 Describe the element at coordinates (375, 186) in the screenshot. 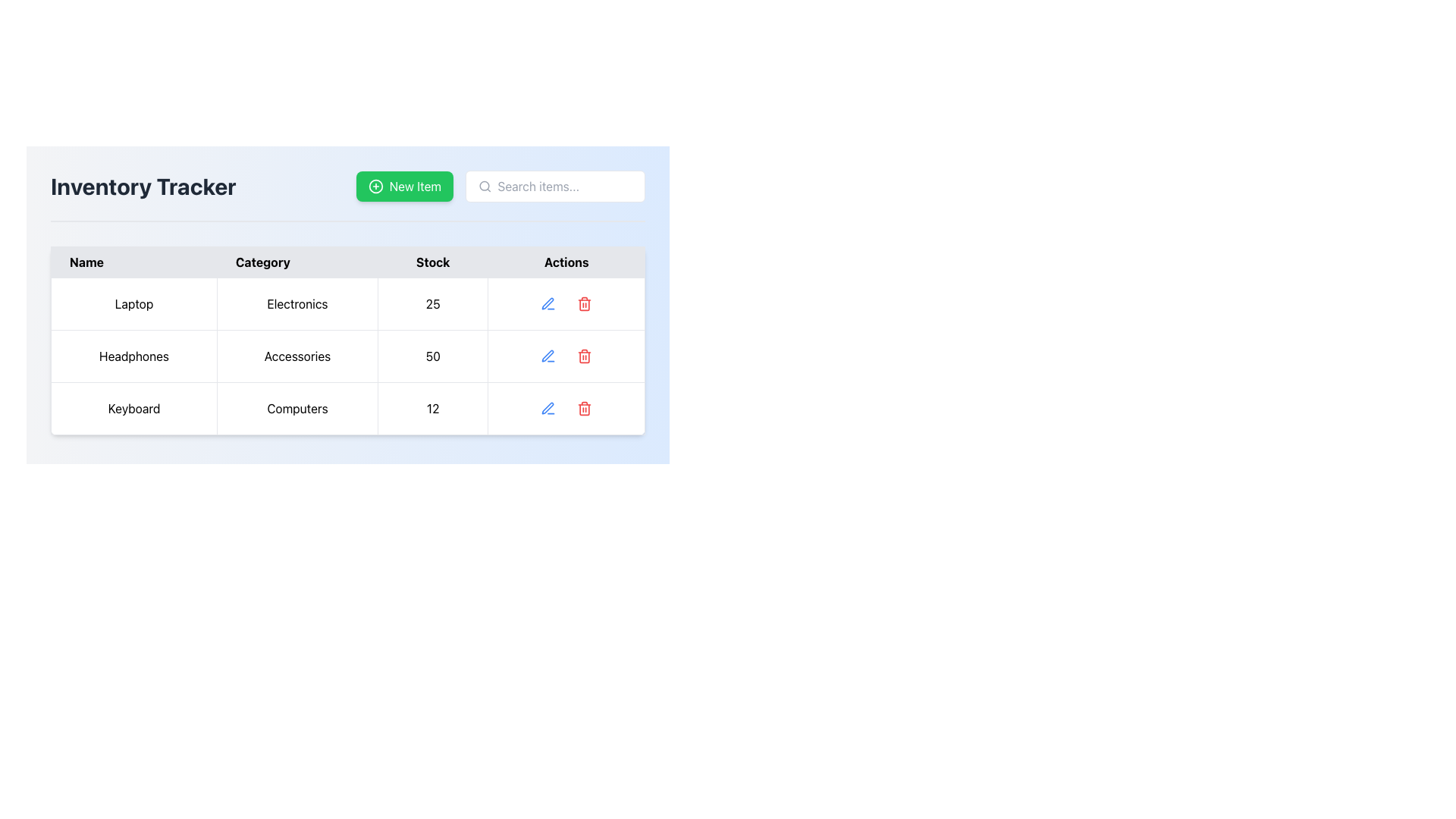

I see `the circular decorative shape of the 'add new item' icon located on the left side of the 'New Item' button on the top bar` at that location.